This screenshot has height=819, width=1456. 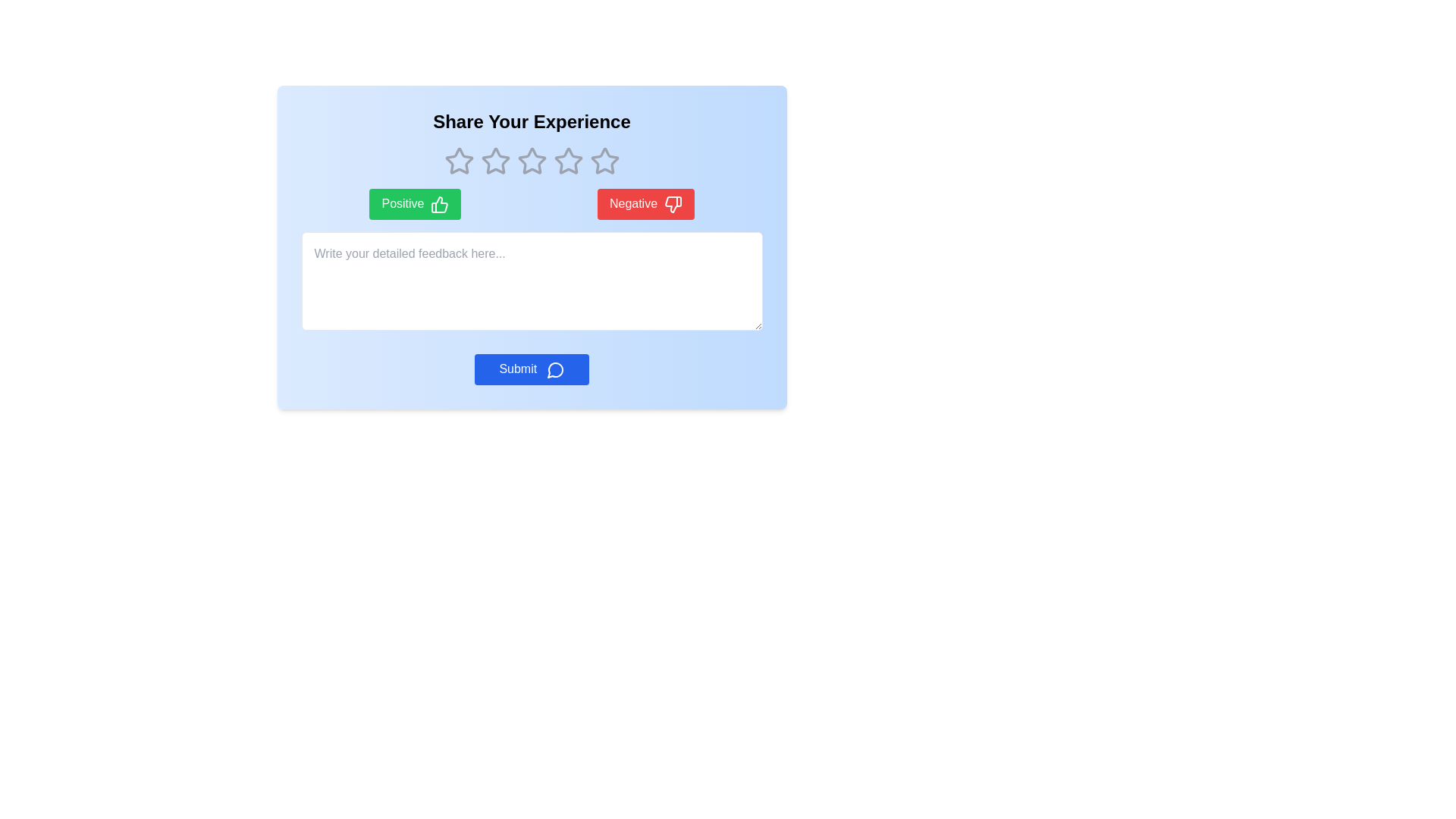 I want to click on the third star icon in the horizontal series of five stars, so click(x=532, y=161).